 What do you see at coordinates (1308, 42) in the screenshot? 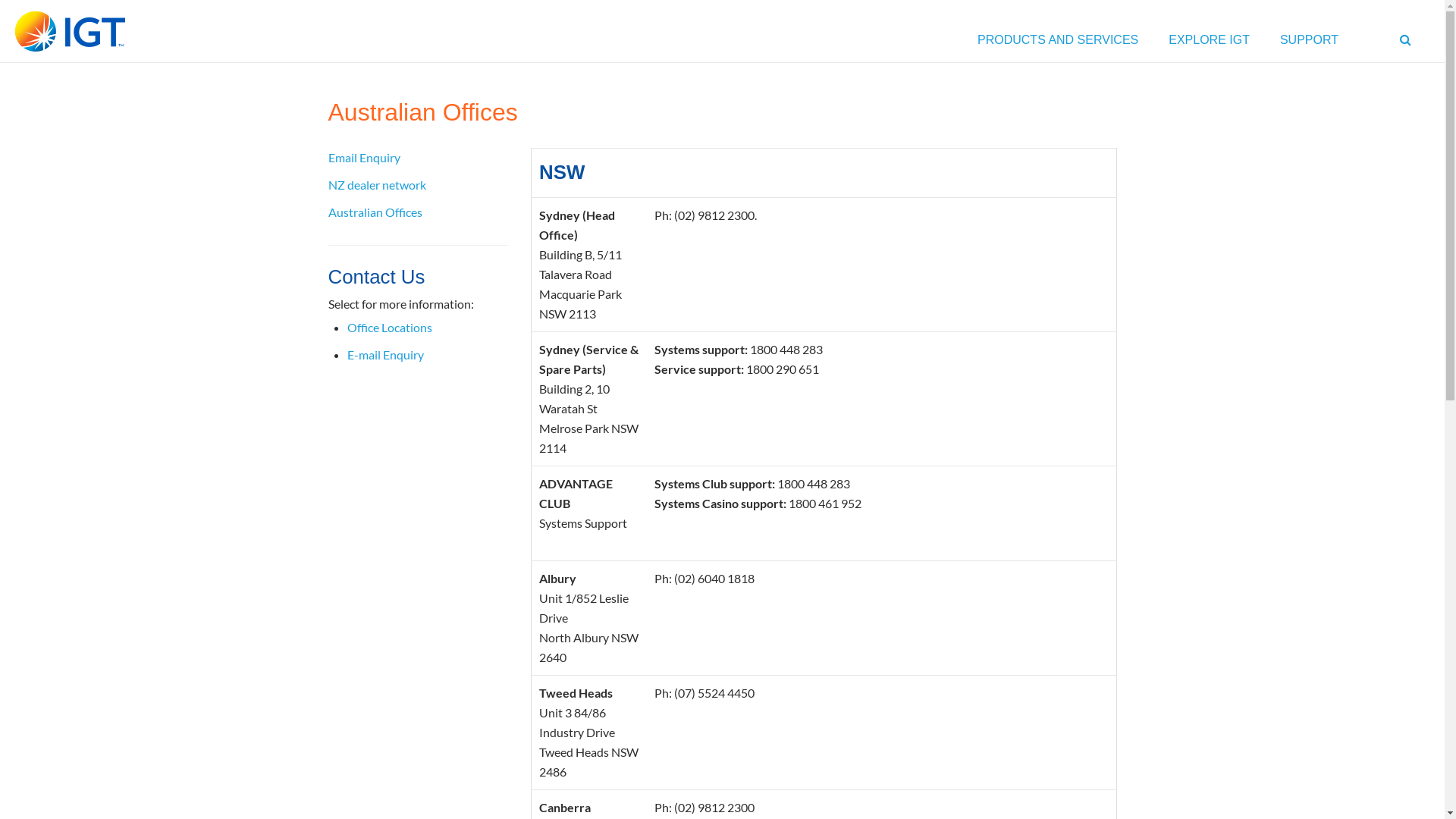
I see `'SUPPORT'` at bounding box center [1308, 42].